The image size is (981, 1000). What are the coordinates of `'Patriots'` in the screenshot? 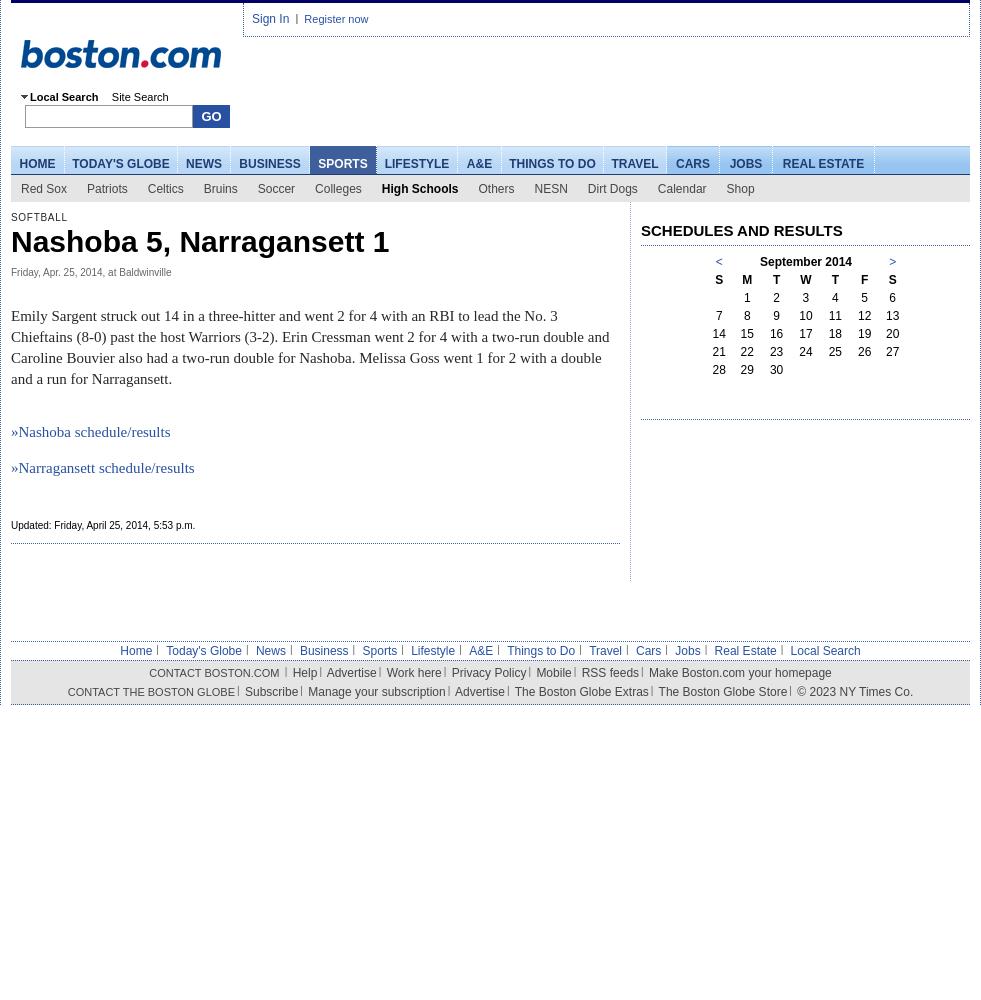 It's located at (86, 188).